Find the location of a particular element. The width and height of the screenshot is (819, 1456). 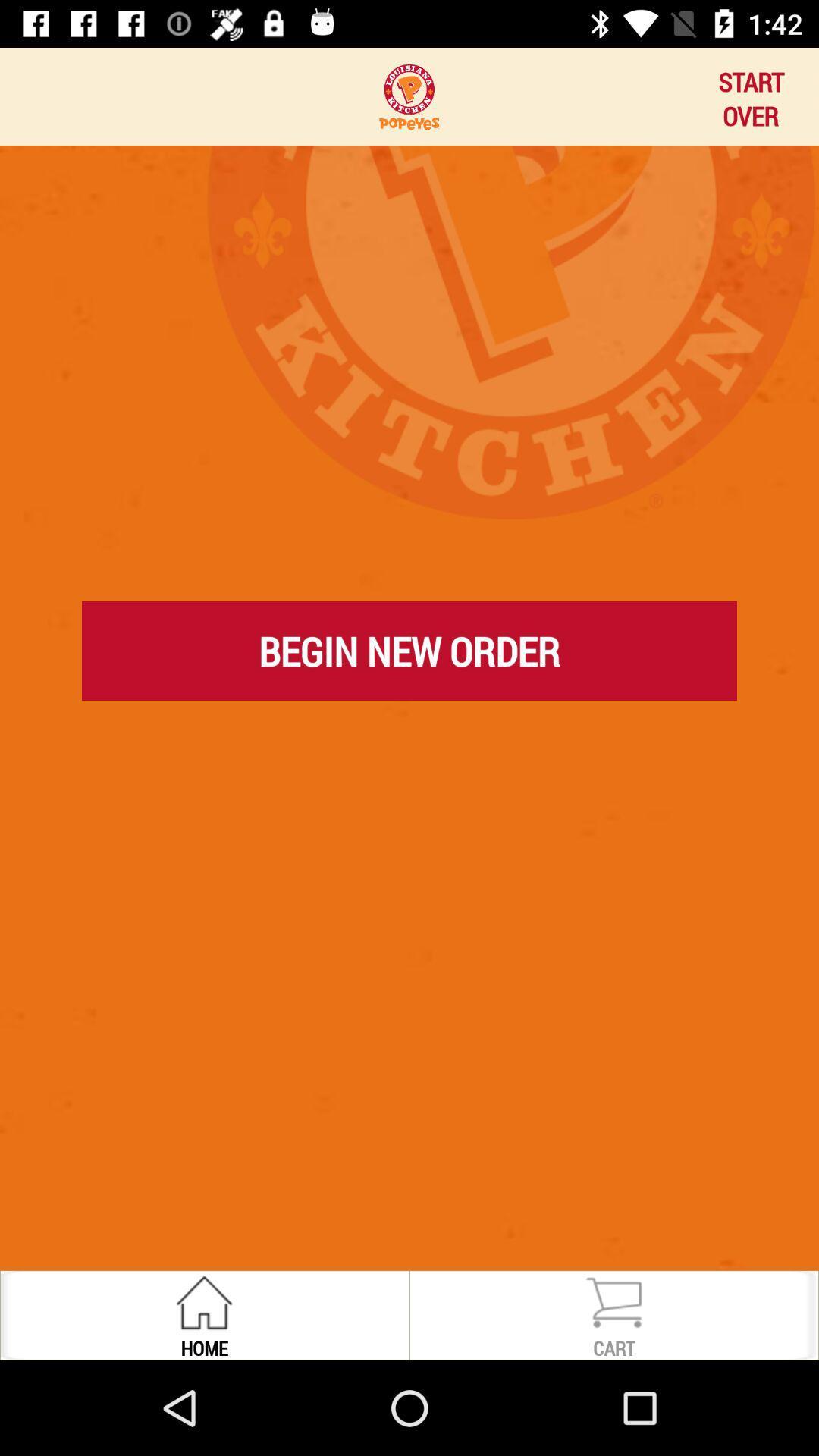

the cart icon is located at coordinates (613, 1301).